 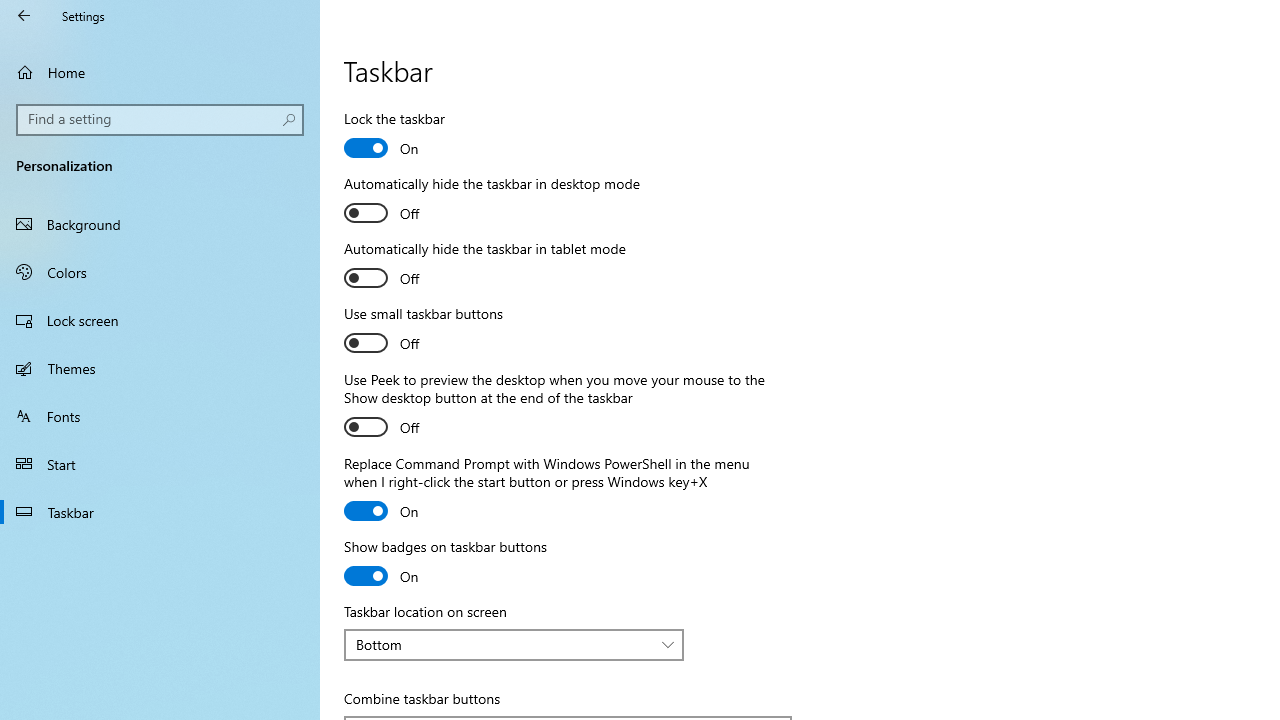 I want to click on 'Lock screen', so click(x=160, y=319).